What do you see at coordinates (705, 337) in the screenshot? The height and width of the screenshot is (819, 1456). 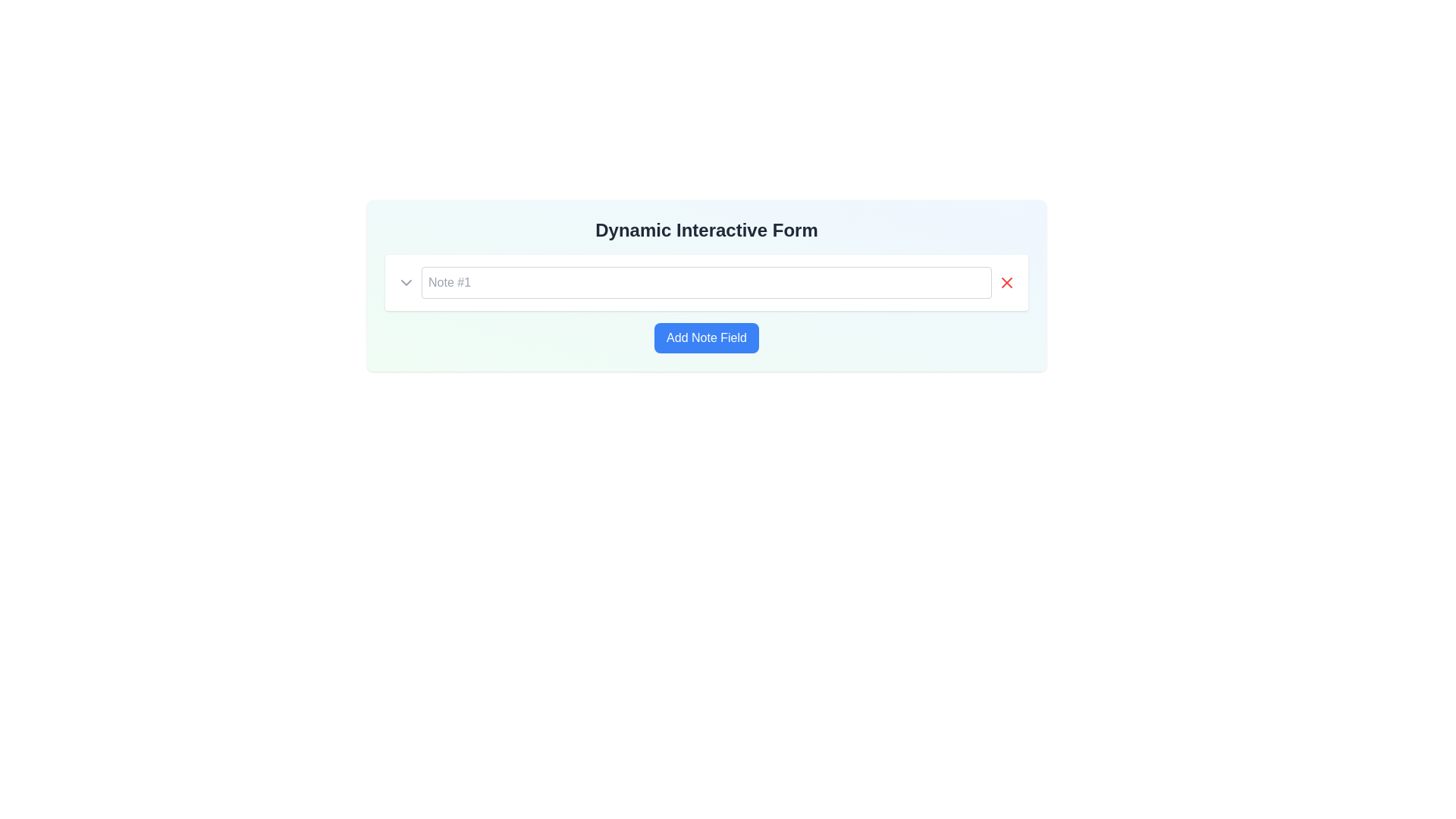 I see `the blue button with rounded corners labeled 'Add Note Field'` at bounding box center [705, 337].